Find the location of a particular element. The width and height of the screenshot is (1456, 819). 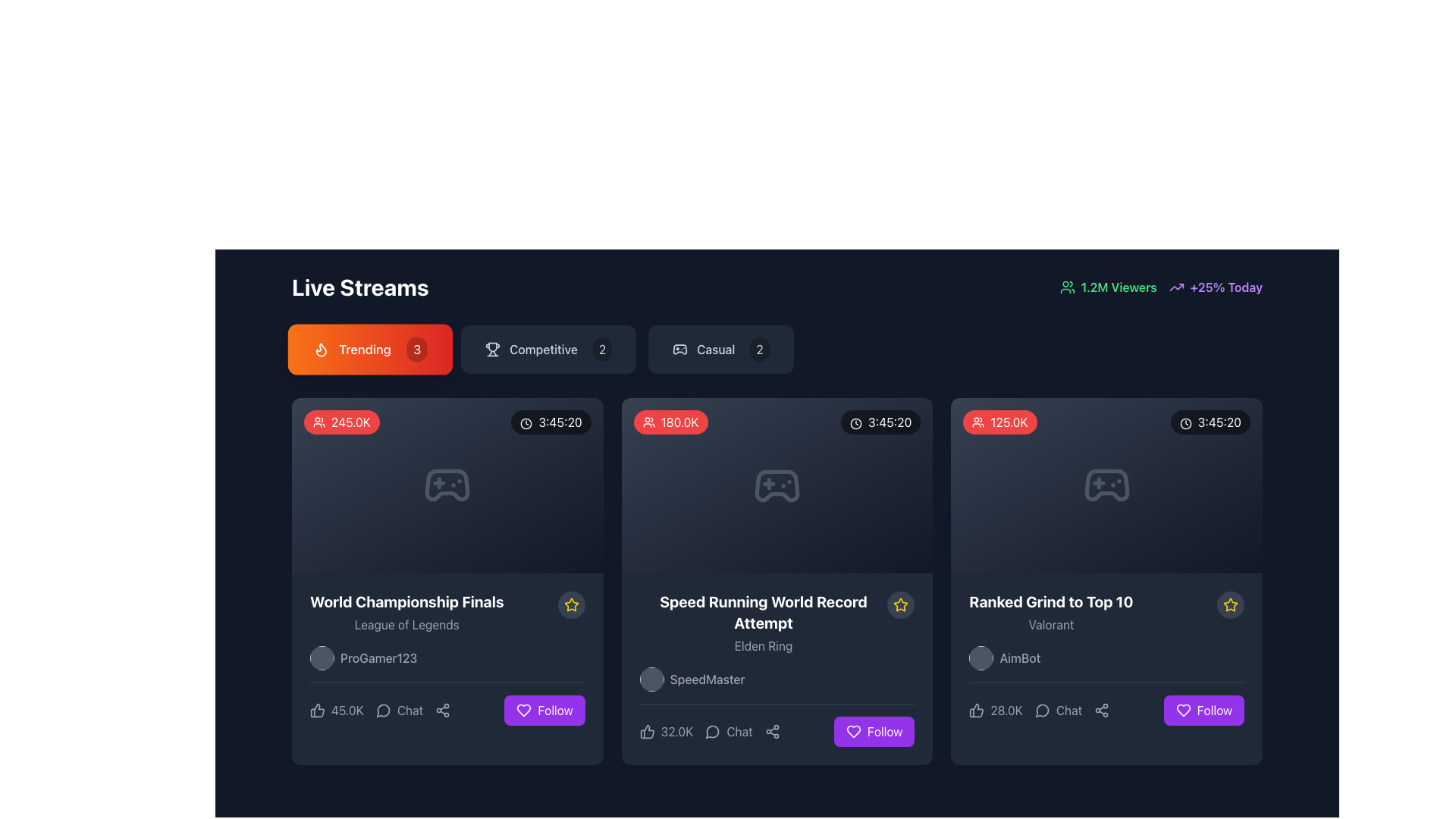

the 'Share' option on the first Interactive card in the grid layout, which serves as a live stream preview, positioned in the top-left corner below the 'Trending' tab is located at coordinates (447, 581).